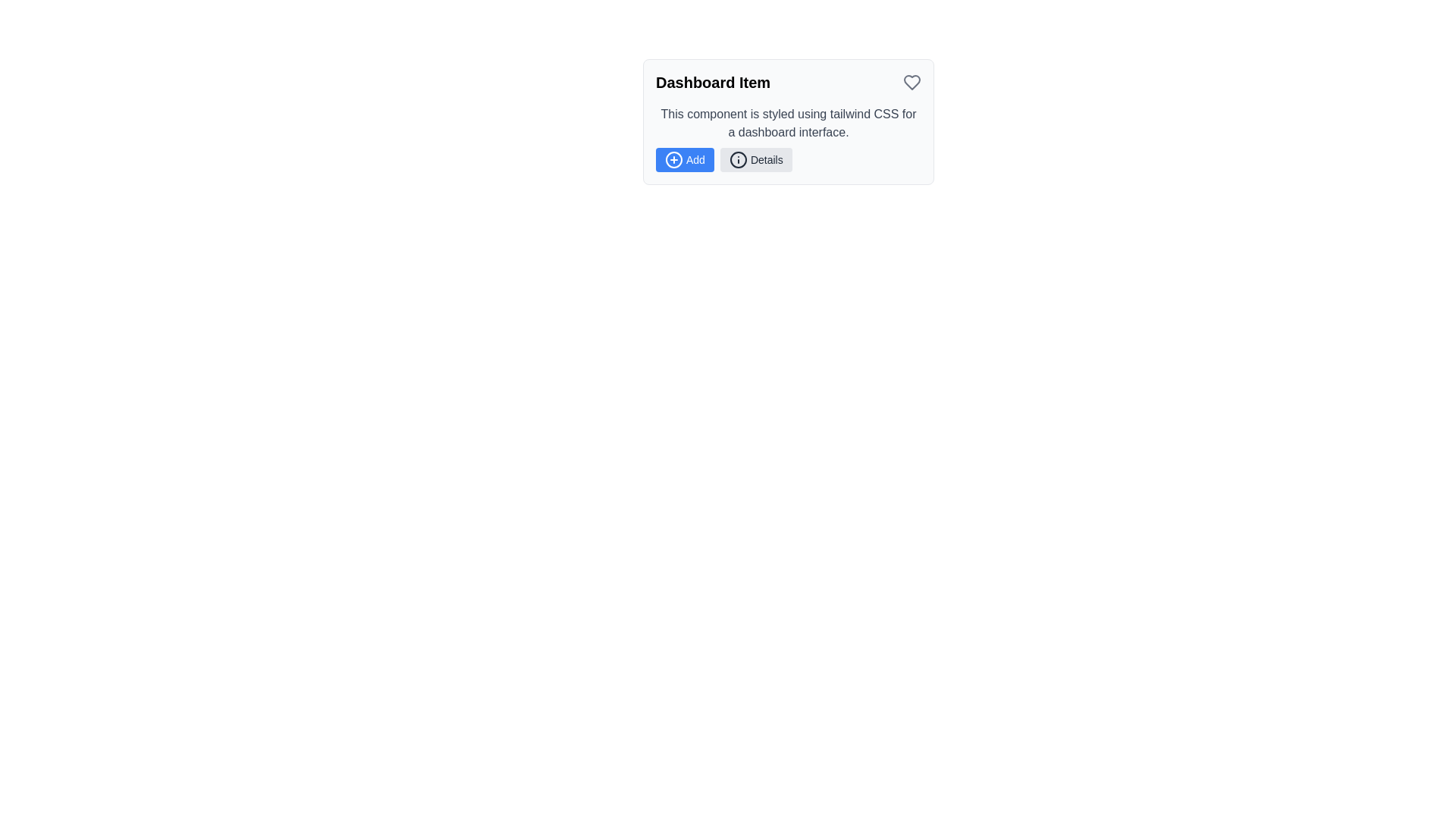 This screenshot has height=819, width=1456. Describe the element at coordinates (673, 160) in the screenshot. I see `the outermost circular part of the graphical representation of the 'Add' button, which is located at the bottom-left corner below the text 'Dashboard Item'` at that location.